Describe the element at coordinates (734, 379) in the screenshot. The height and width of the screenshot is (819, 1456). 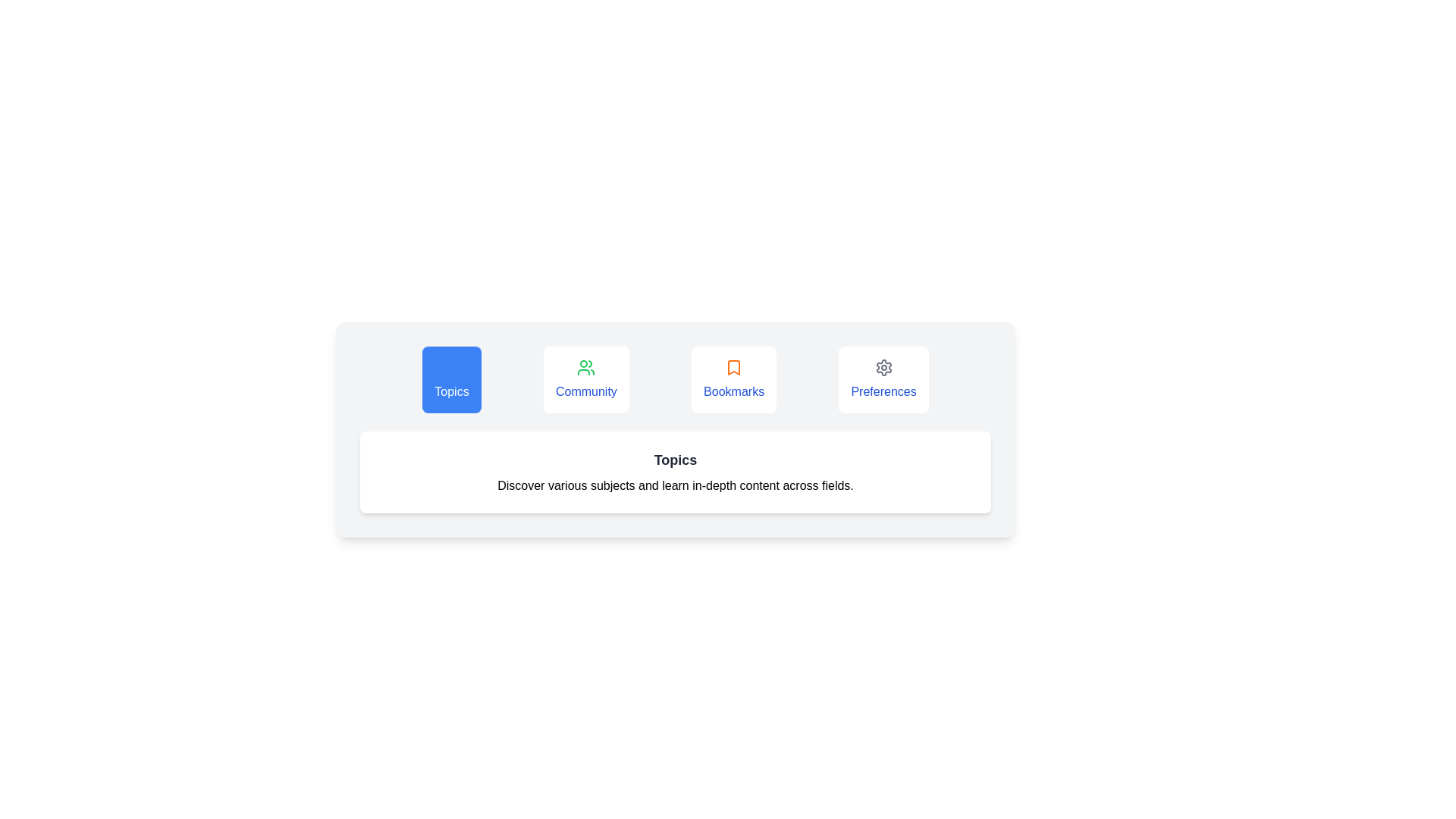
I see `the Bookmarks tab by clicking on its button` at that location.